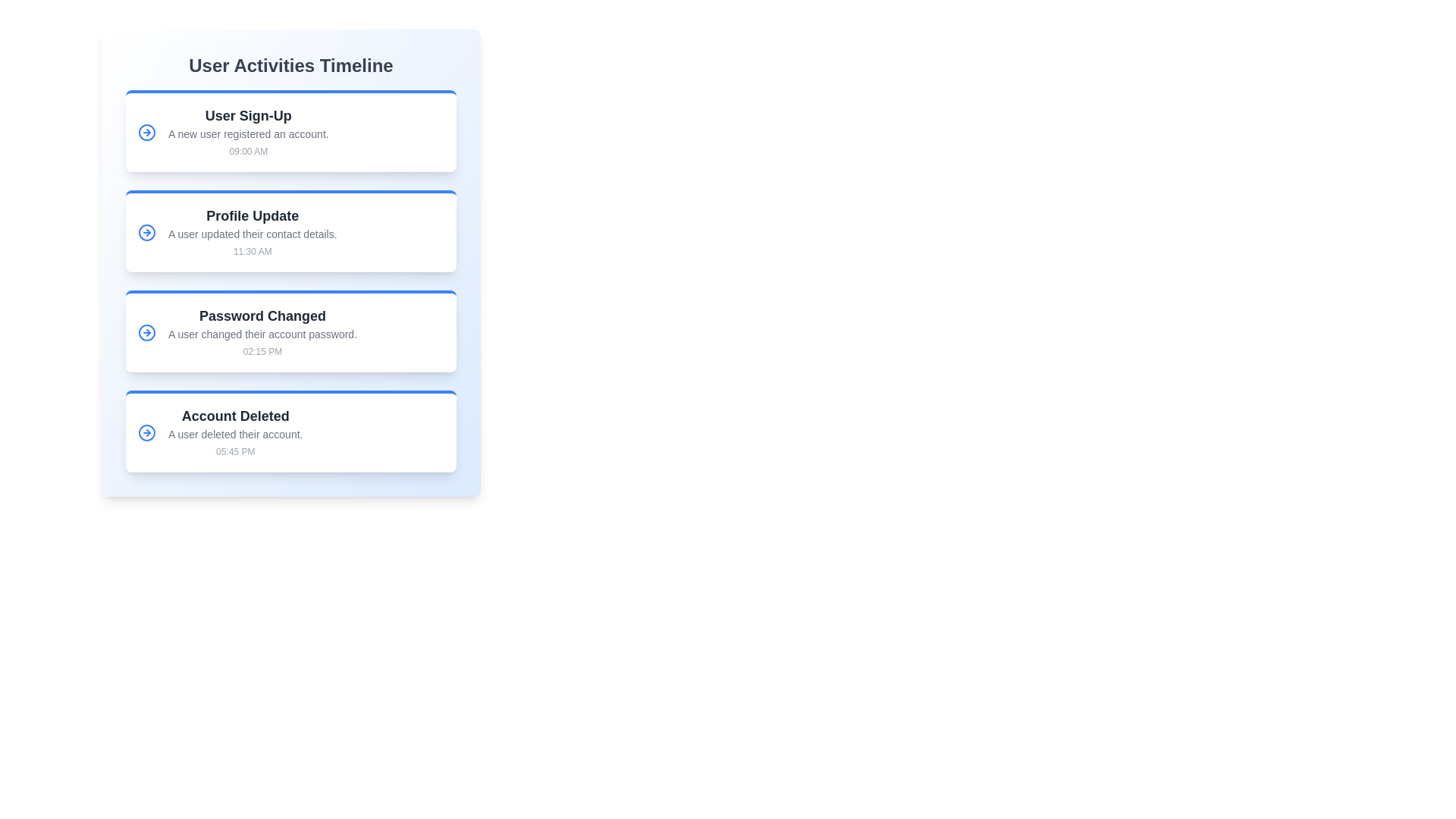  What do you see at coordinates (262, 315) in the screenshot?
I see `the 'Password Changed' heading which is styled in bold, dark gray and is larger than surrounding text in the third block of the vertical timeline list` at bounding box center [262, 315].